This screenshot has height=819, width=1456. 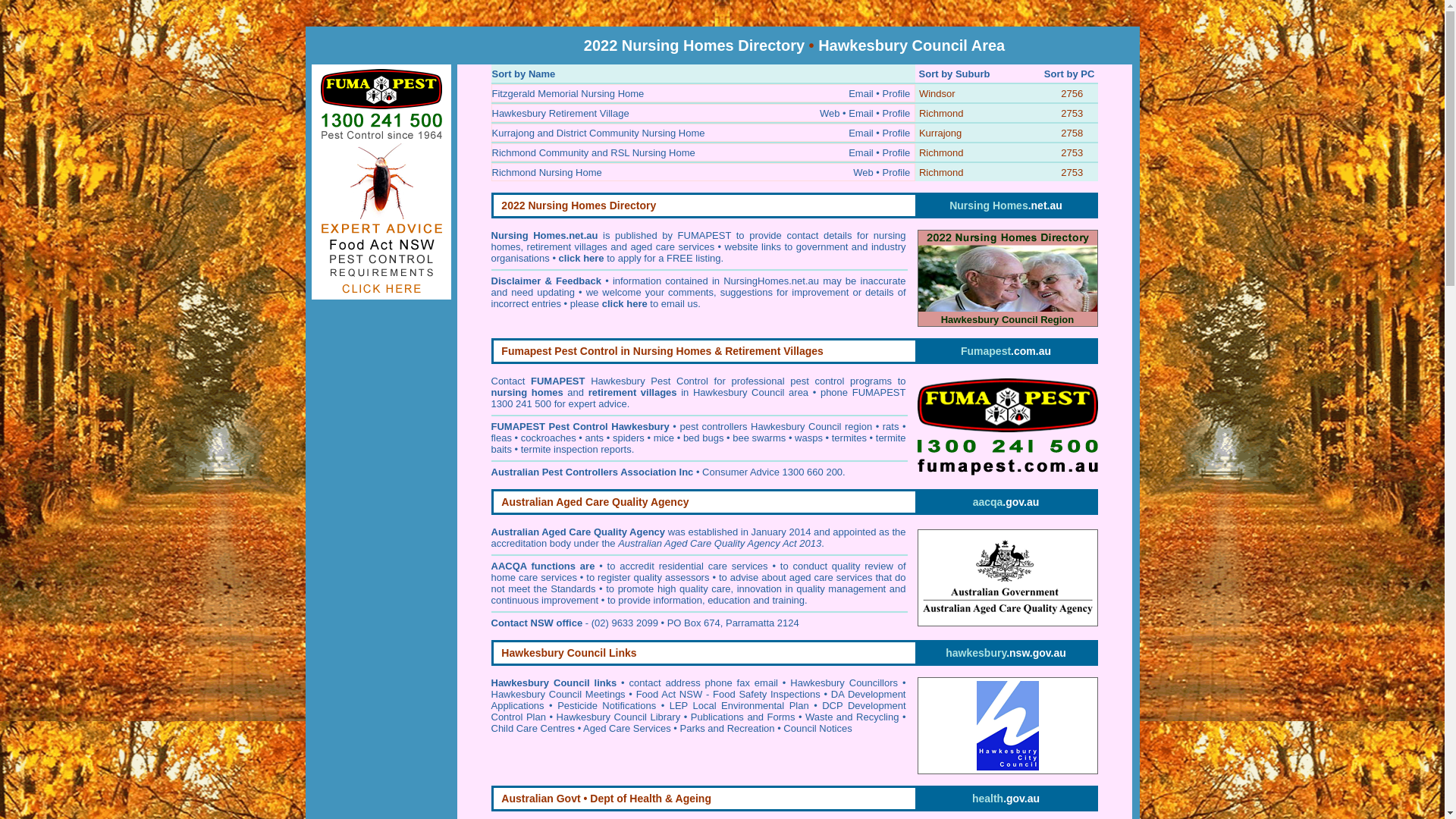 What do you see at coordinates (953, 74) in the screenshot?
I see `'Sort by Suburb'` at bounding box center [953, 74].